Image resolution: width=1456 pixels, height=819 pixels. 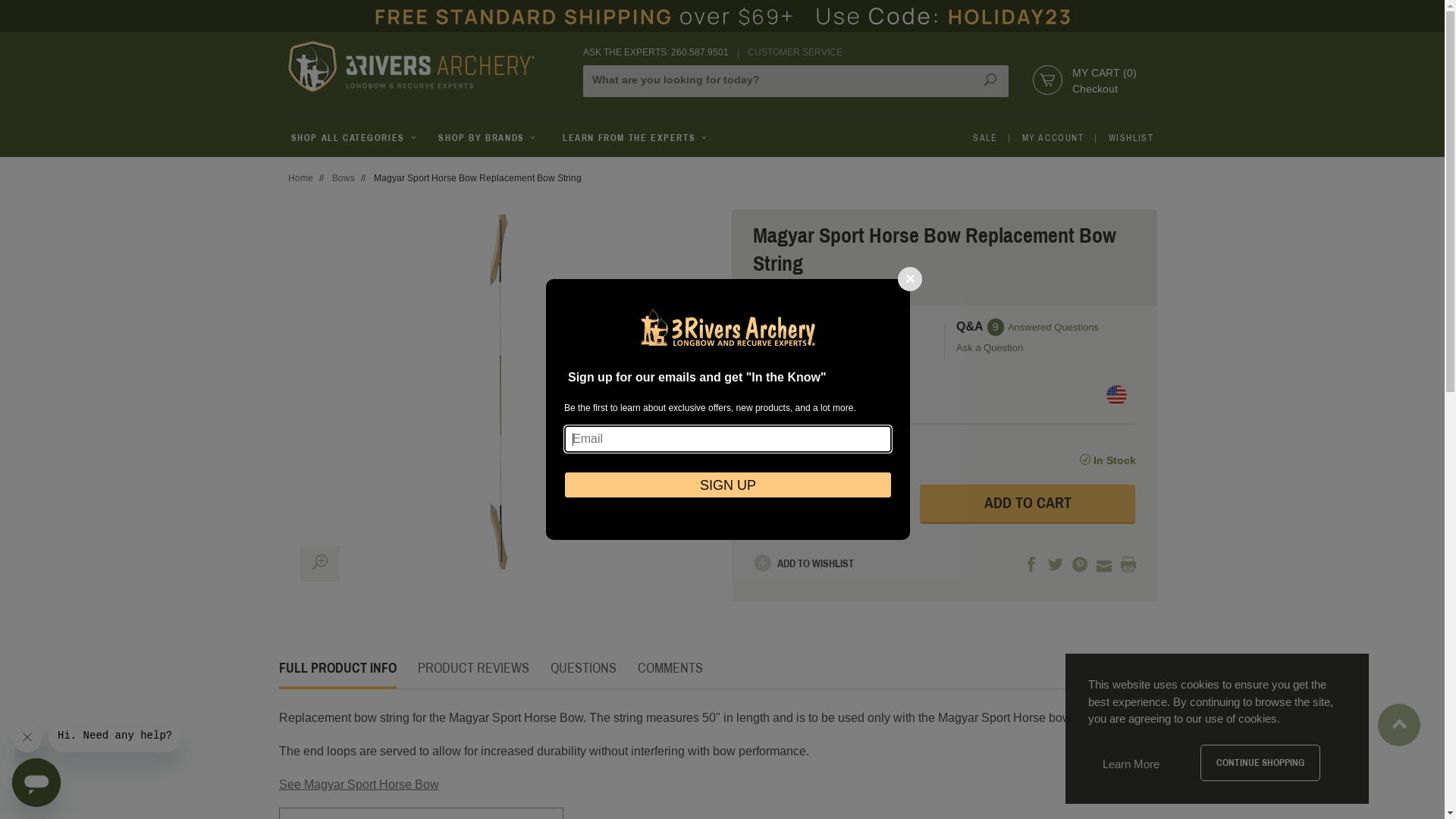 What do you see at coordinates (669, 667) in the screenshot?
I see `'COMMENTS'` at bounding box center [669, 667].